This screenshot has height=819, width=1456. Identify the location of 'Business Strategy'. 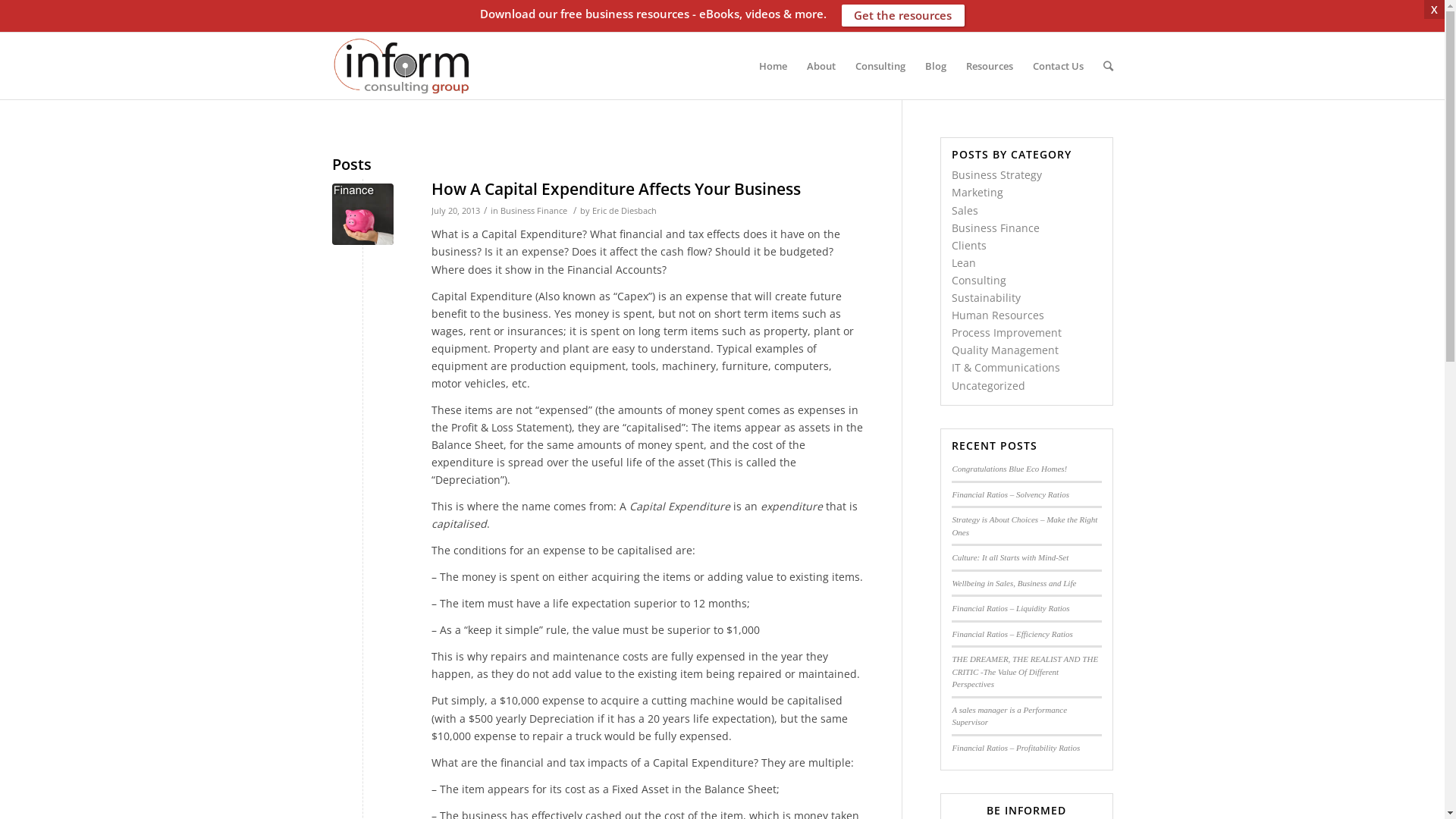
(996, 174).